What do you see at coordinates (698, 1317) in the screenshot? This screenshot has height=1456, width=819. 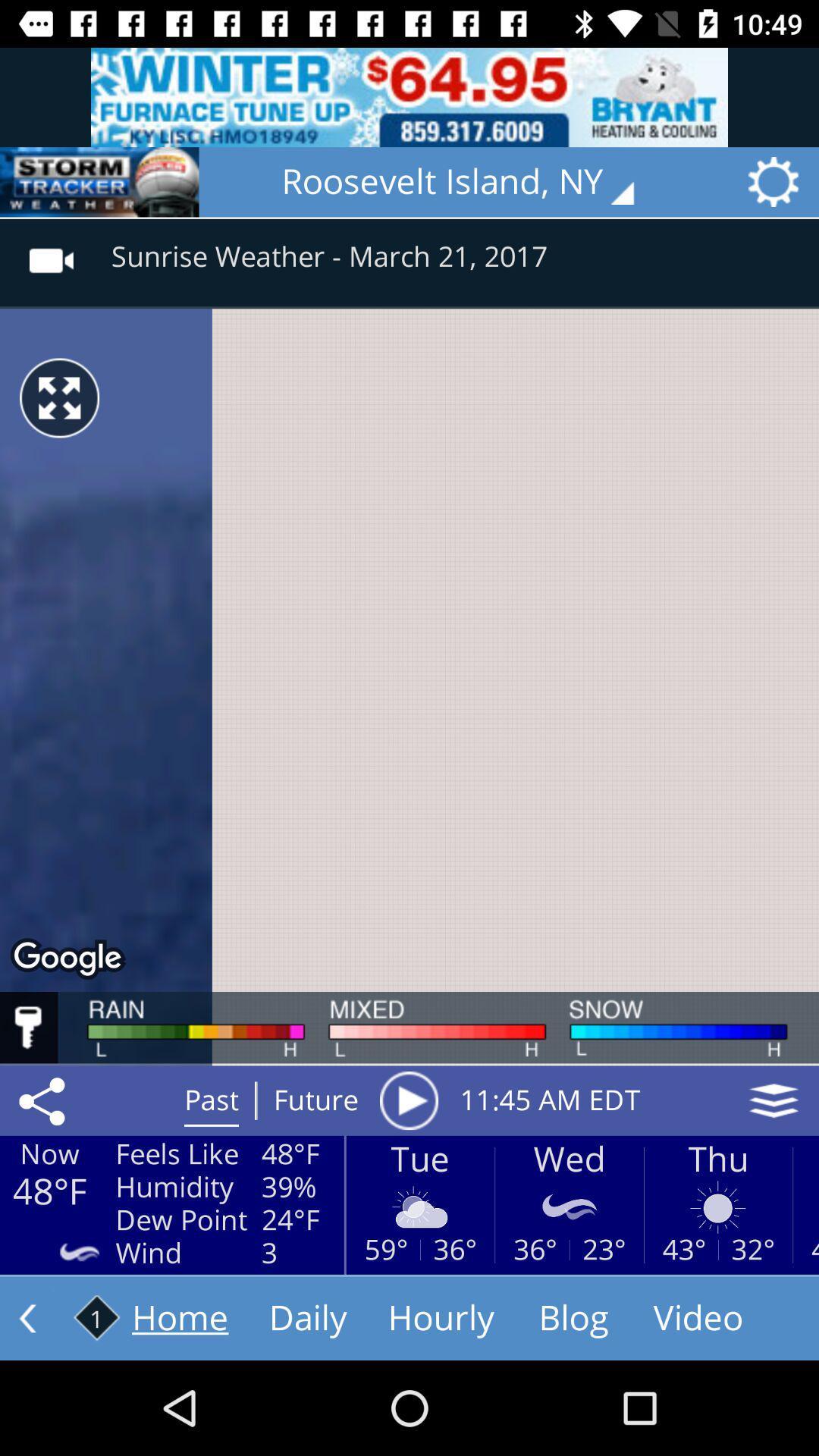 I see `the video button at bottom right` at bounding box center [698, 1317].